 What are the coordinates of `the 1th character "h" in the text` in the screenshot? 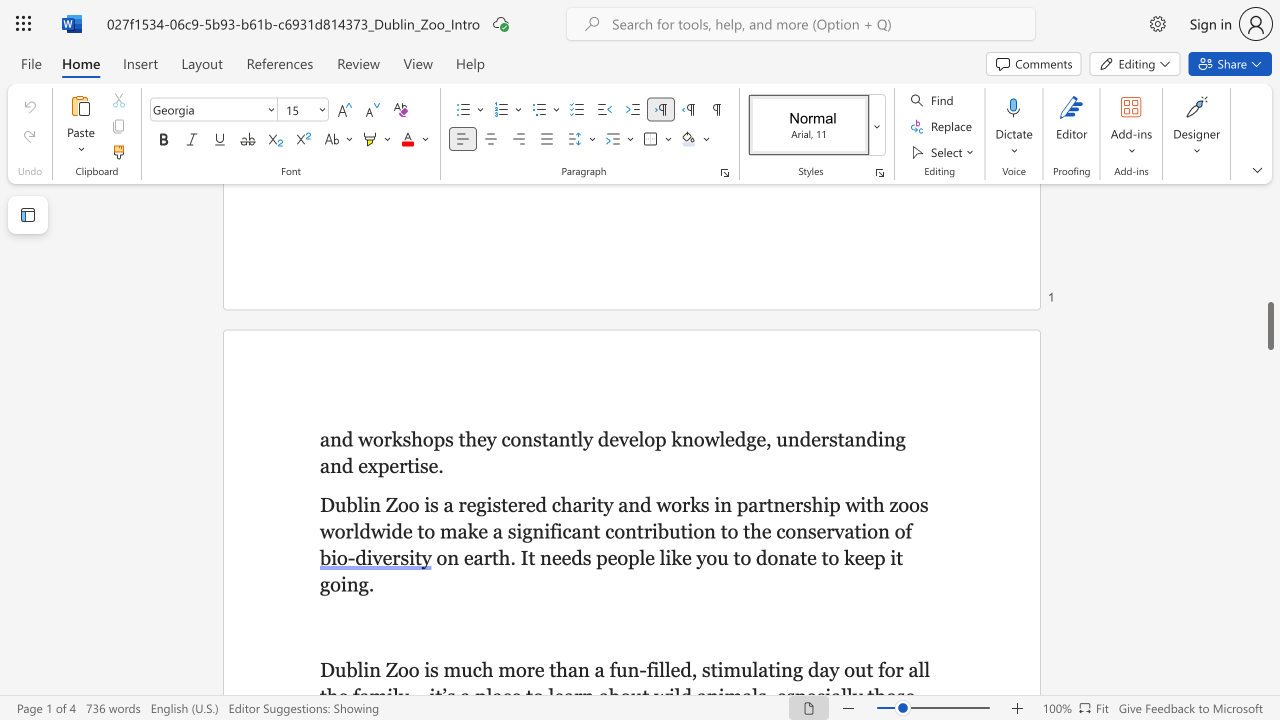 It's located at (565, 503).